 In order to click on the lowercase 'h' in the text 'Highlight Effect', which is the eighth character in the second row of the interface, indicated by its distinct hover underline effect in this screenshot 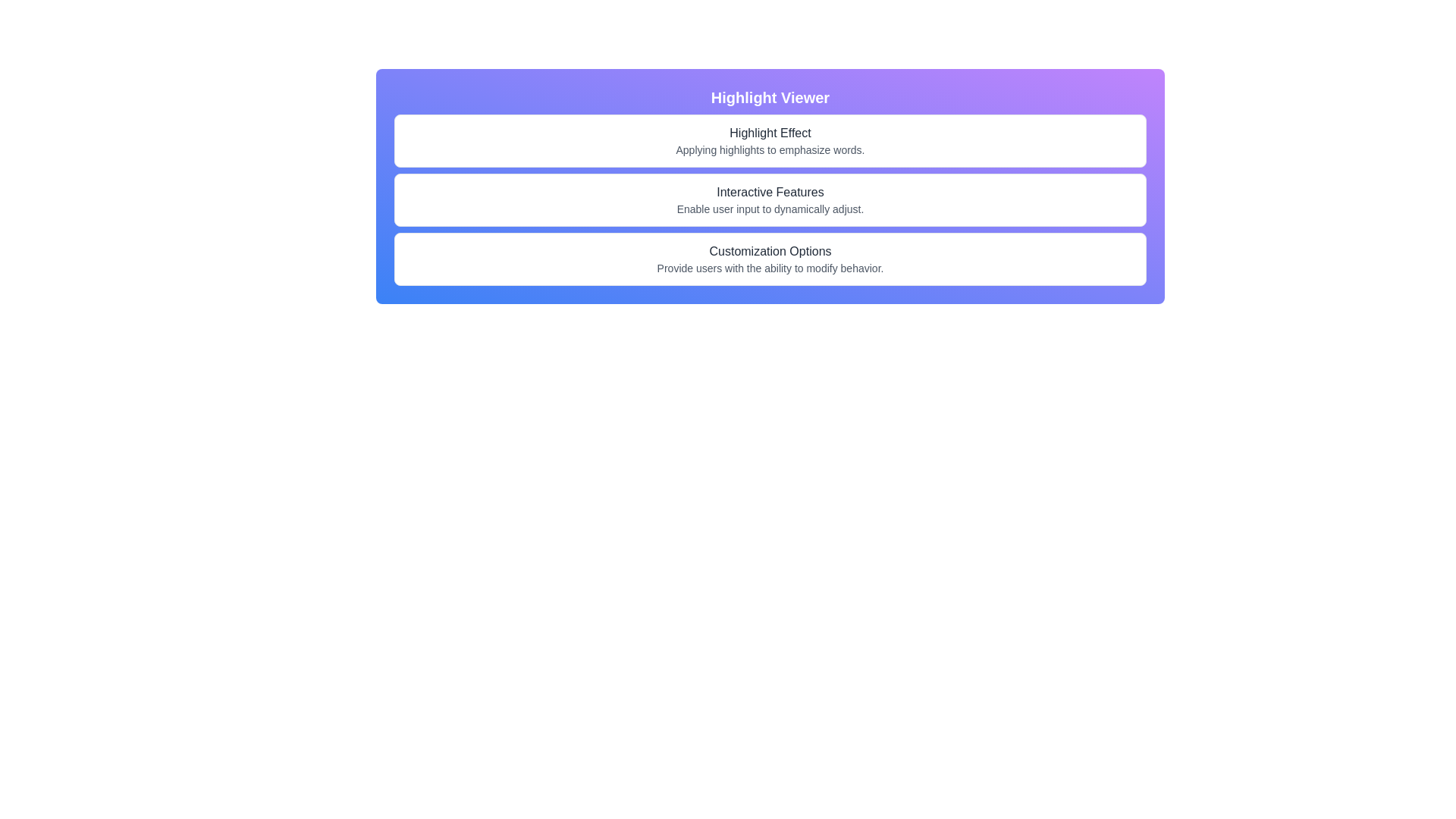, I will do `click(770, 132)`.